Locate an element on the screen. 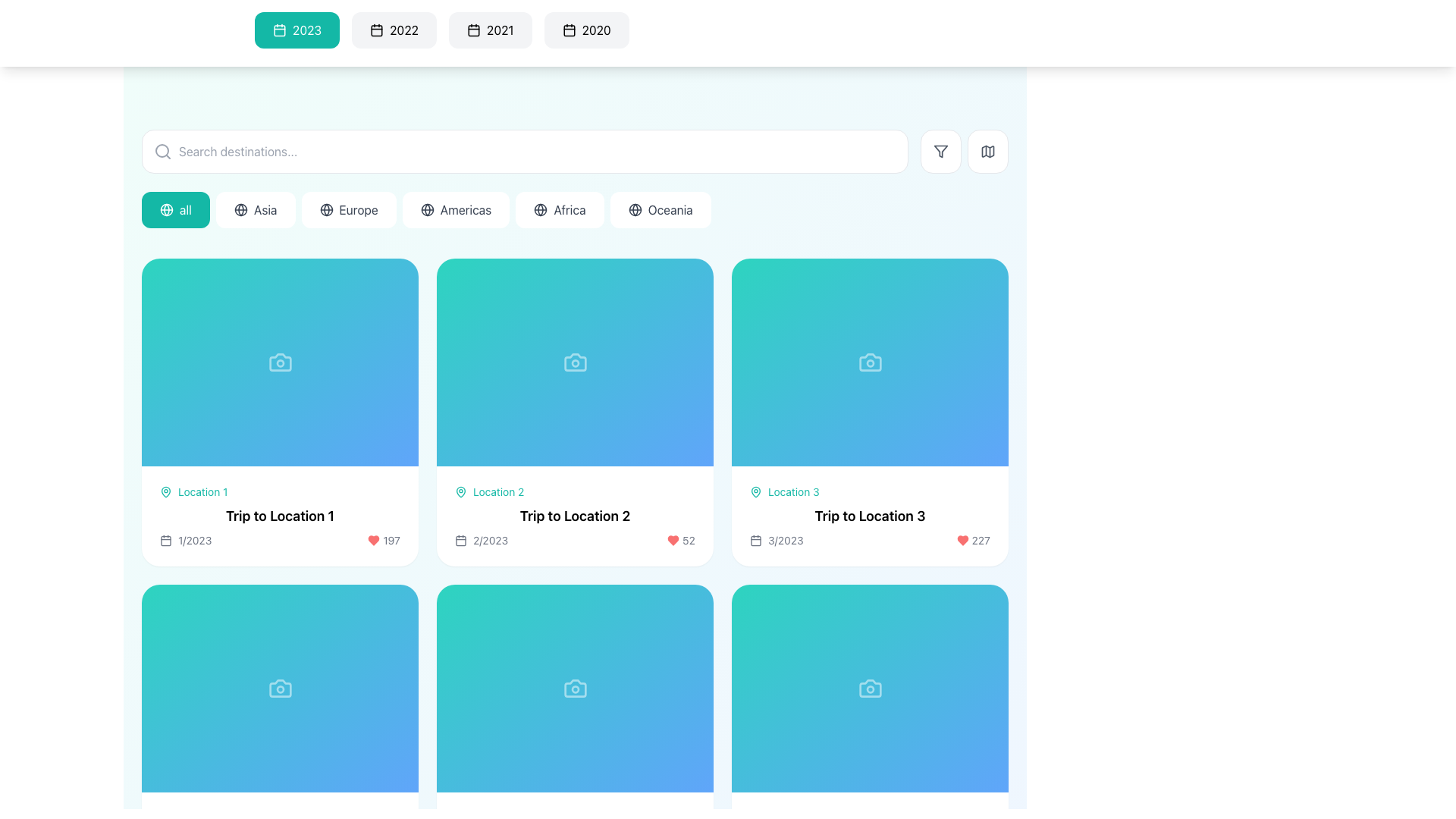 The image size is (1456, 819). the graphical placeholder located at the upper part of the card in the first row and first column, which features a gradient background and a centered camera icon is located at coordinates (280, 362).